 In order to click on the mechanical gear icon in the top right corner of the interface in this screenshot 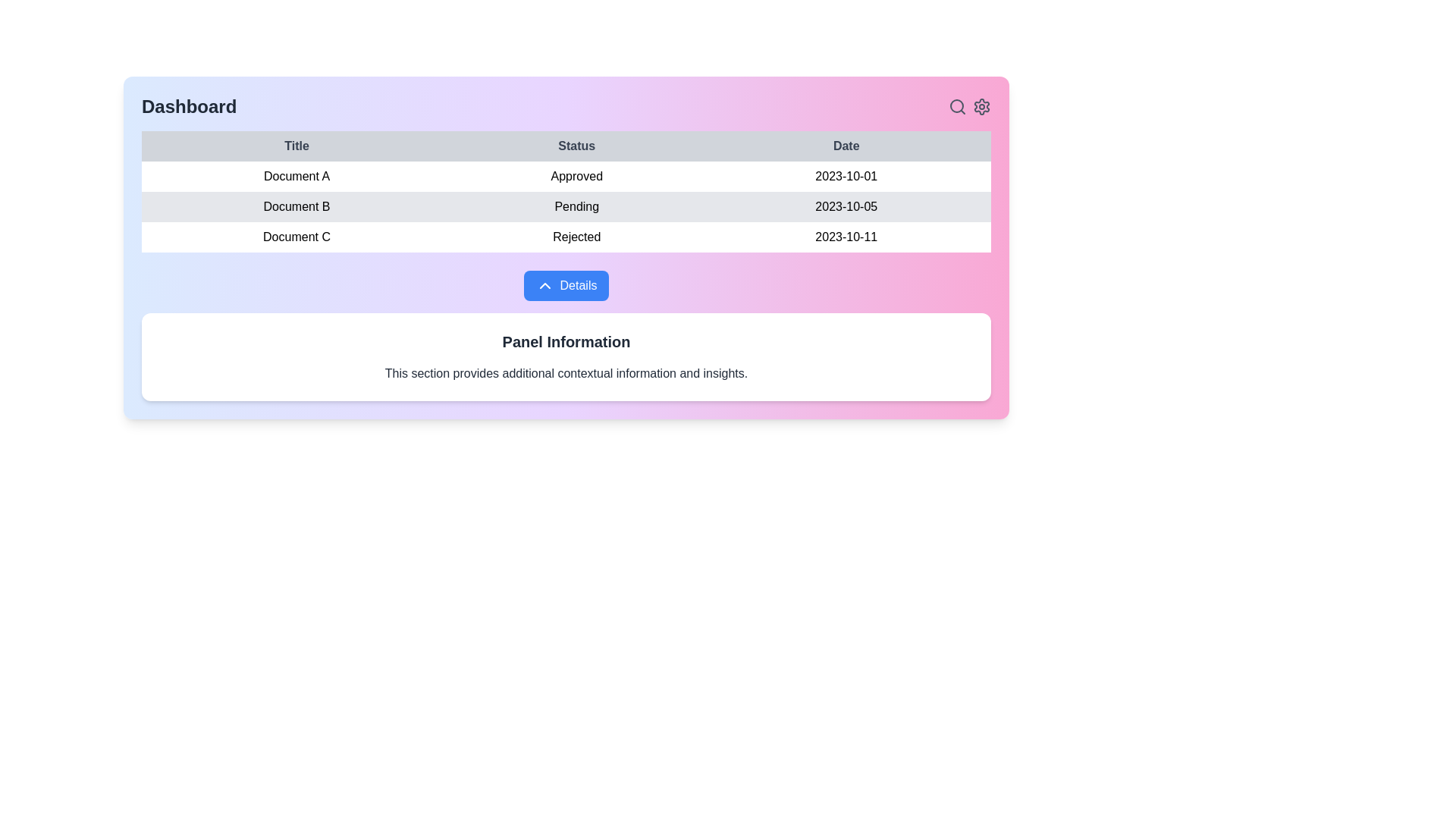, I will do `click(982, 106)`.